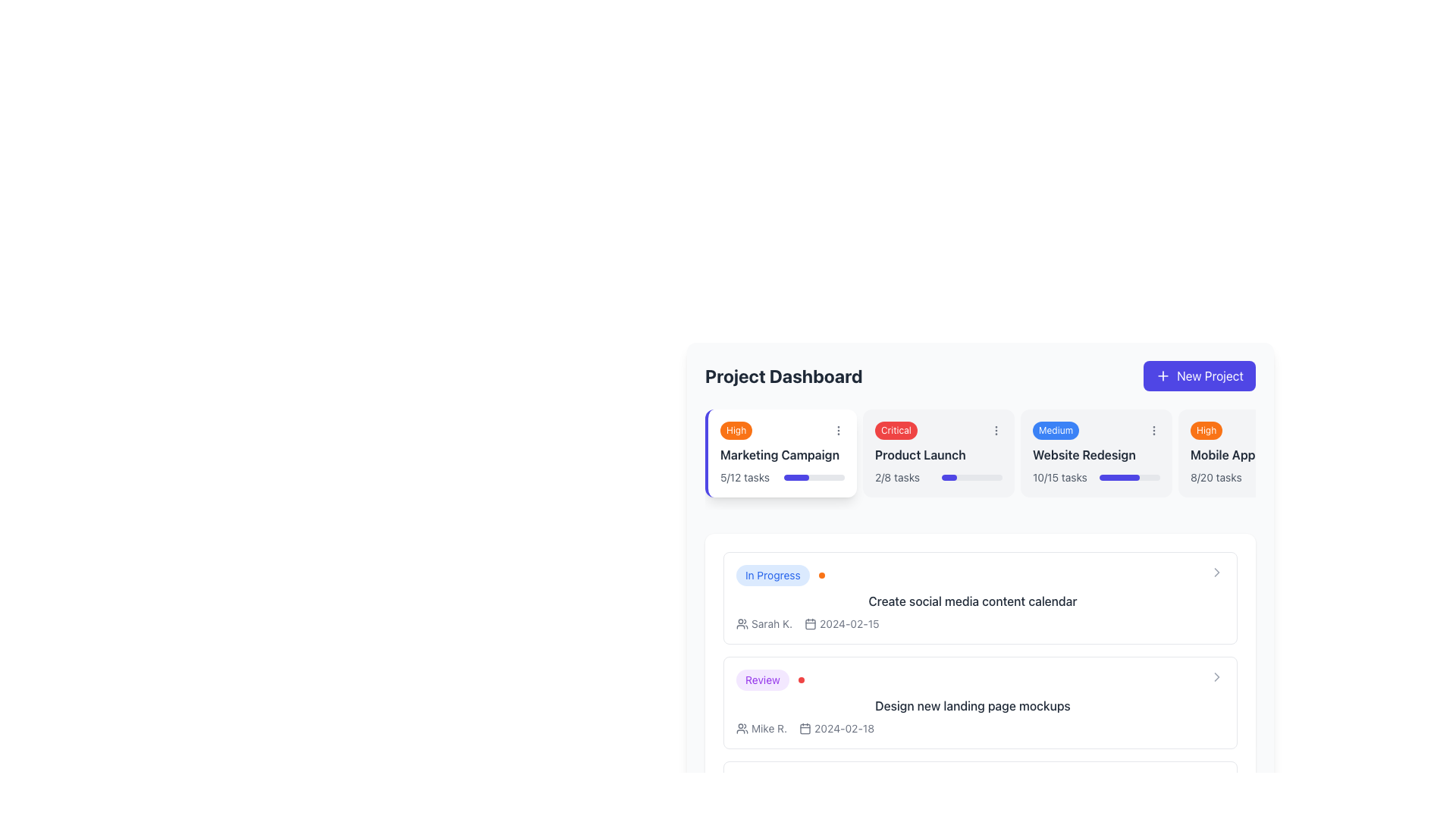 Image resolution: width=1456 pixels, height=819 pixels. Describe the element at coordinates (1129, 476) in the screenshot. I see `the completion status of the Progress bar located below the '10/15 tasks' text in the 'Website Redesign' card` at that location.